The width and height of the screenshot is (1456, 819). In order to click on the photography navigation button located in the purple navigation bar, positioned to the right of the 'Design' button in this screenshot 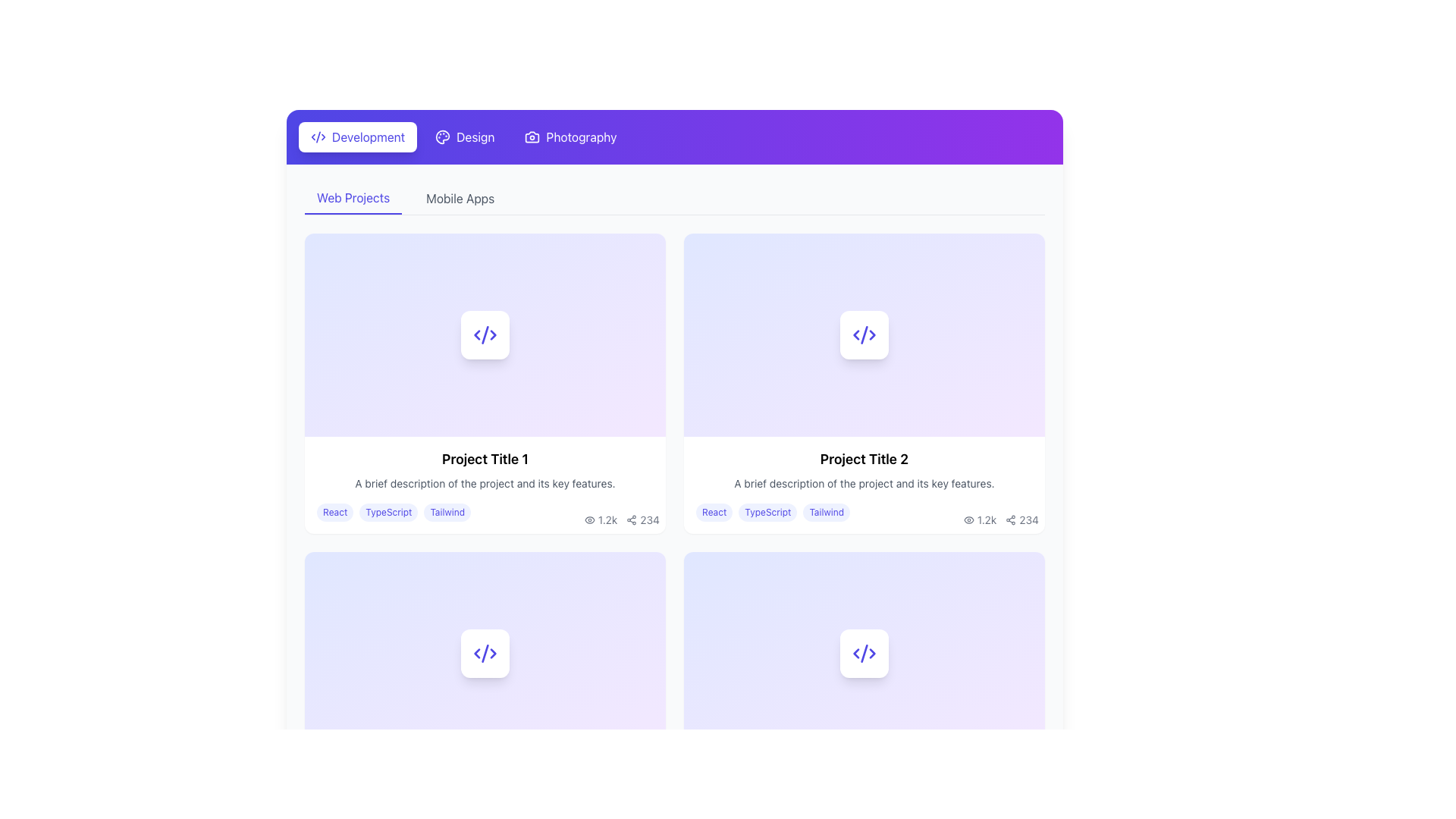, I will do `click(570, 137)`.